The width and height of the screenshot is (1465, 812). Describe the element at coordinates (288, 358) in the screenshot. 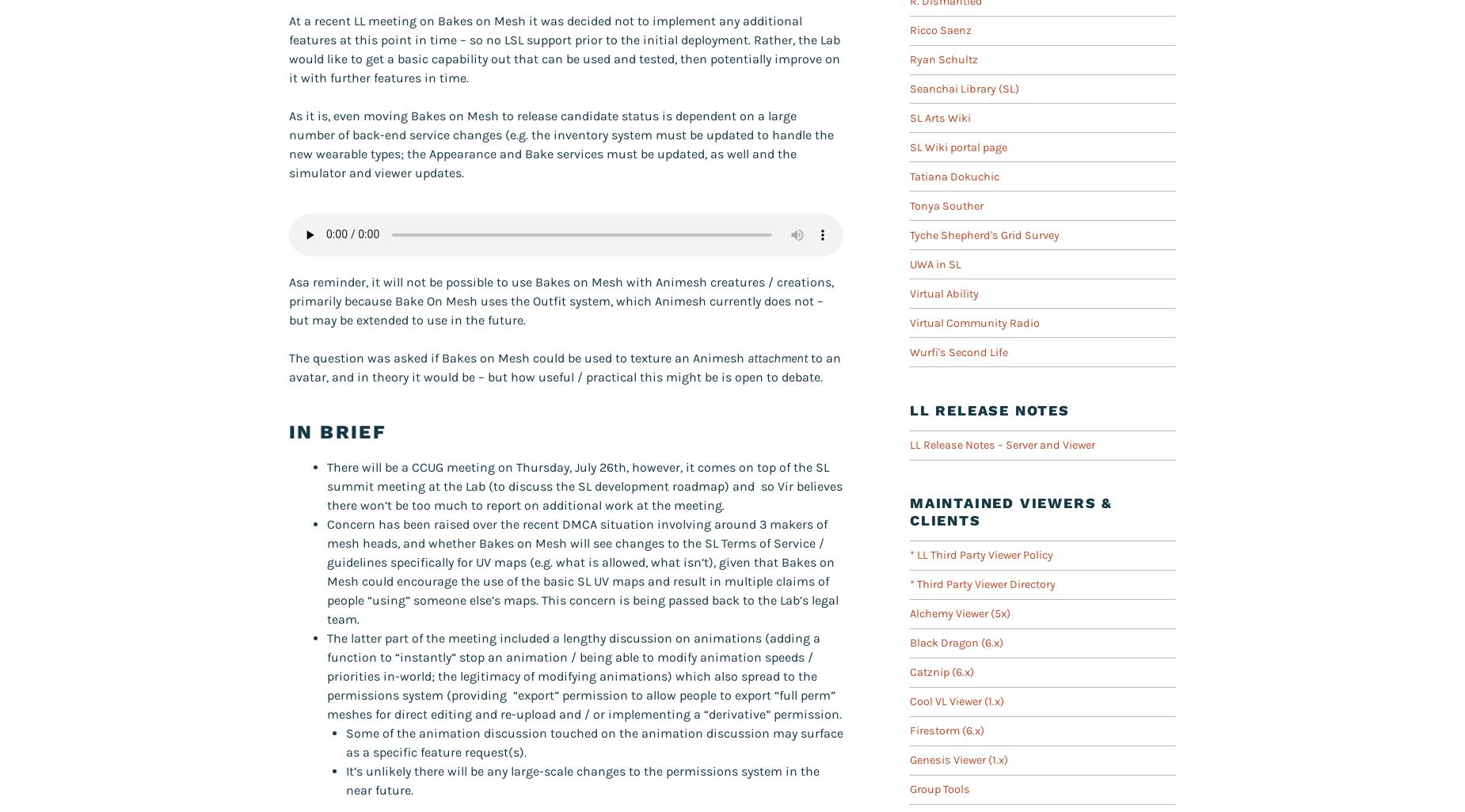

I see `'The question was asked if Bakes on Mesh could be used to texture an Animesh'` at that location.